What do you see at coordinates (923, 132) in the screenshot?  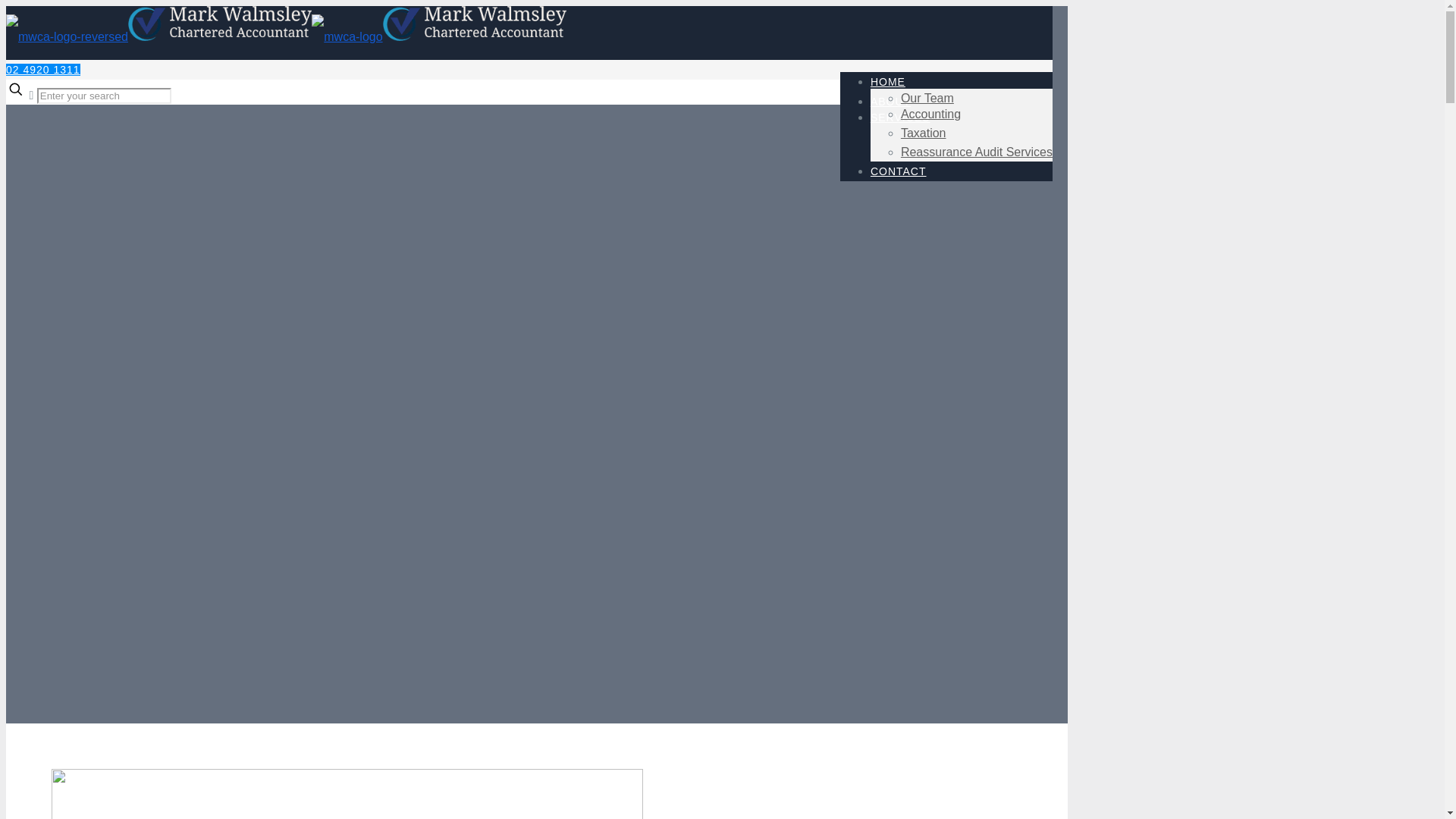 I see `'Taxation'` at bounding box center [923, 132].